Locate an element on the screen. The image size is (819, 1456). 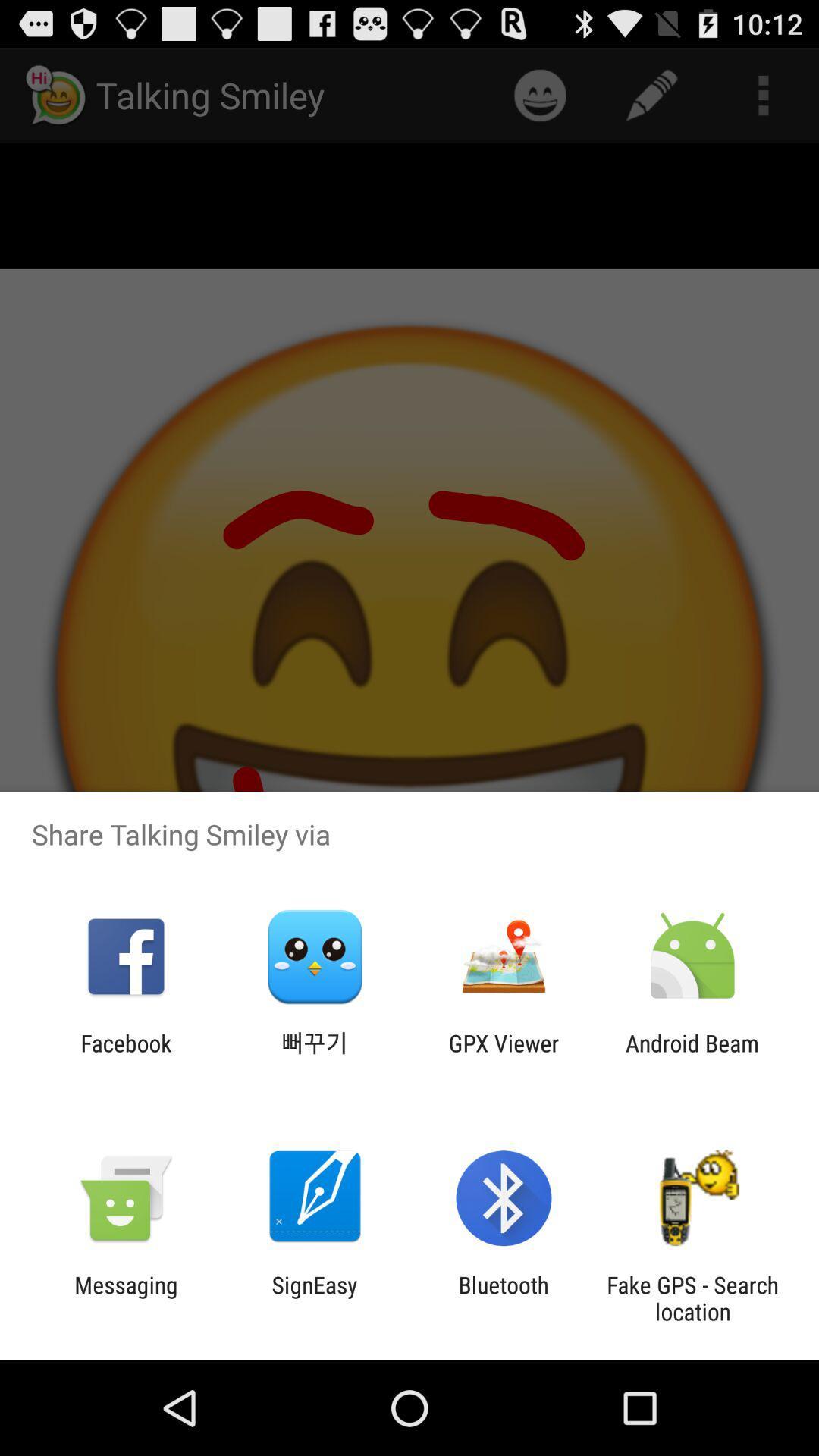
the app to the left of gpx viewer app is located at coordinates (314, 1056).